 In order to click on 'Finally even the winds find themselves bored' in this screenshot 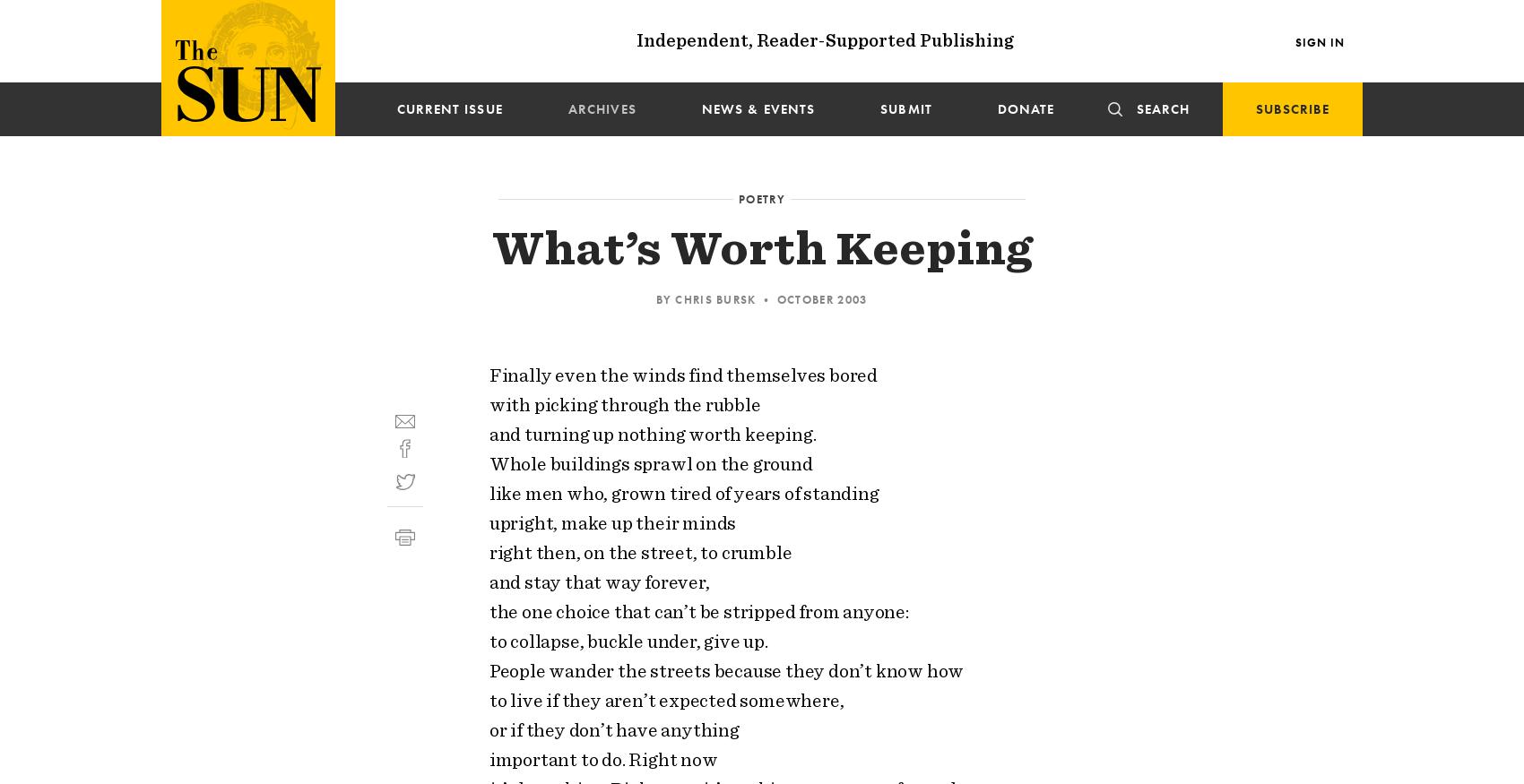, I will do `click(681, 375)`.